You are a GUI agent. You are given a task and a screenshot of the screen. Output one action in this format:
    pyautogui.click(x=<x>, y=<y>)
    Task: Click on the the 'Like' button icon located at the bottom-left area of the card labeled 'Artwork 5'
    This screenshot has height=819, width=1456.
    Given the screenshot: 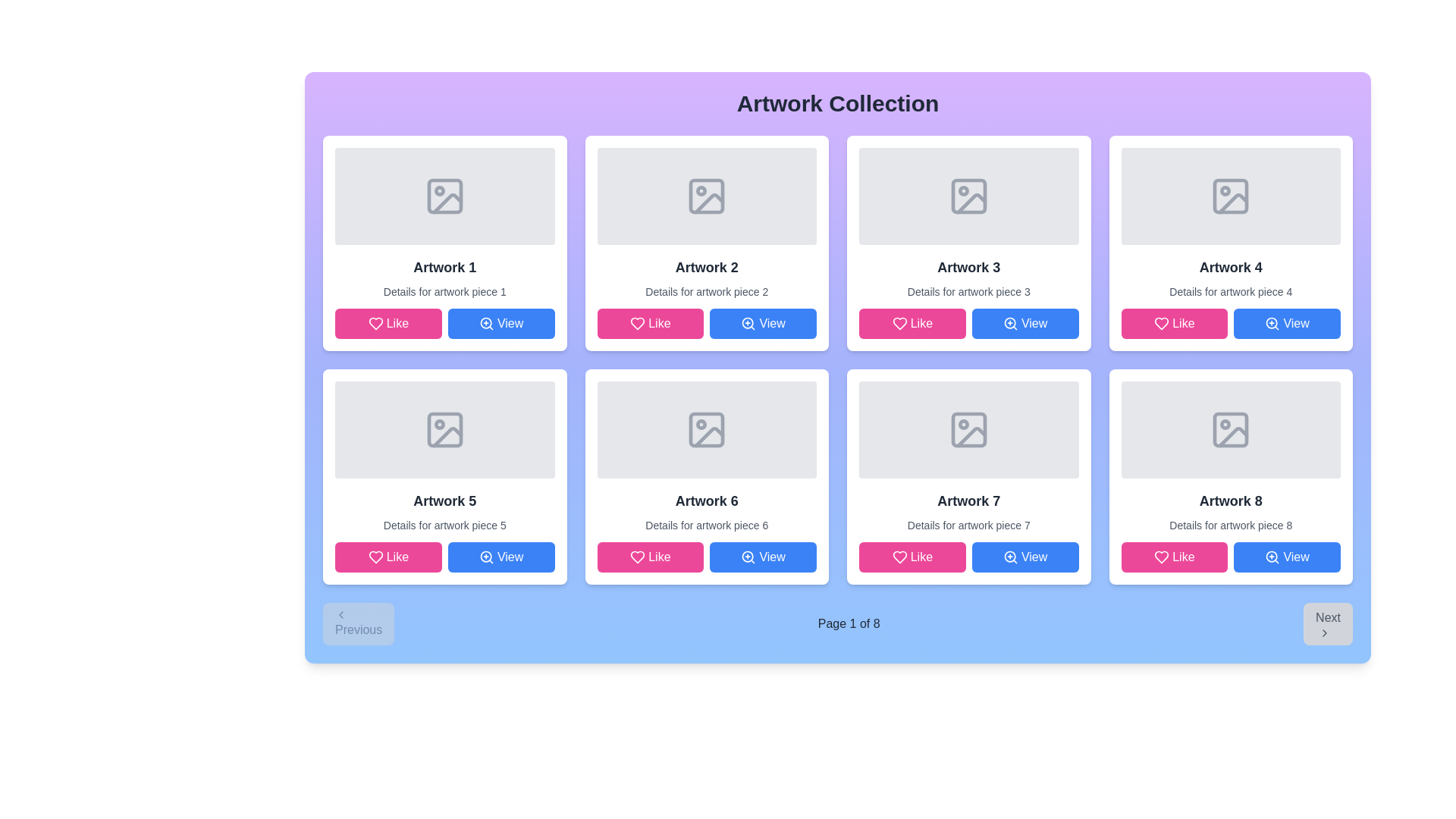 What is the action you would take?
    pyautogui.click(x=375, y=557)
    